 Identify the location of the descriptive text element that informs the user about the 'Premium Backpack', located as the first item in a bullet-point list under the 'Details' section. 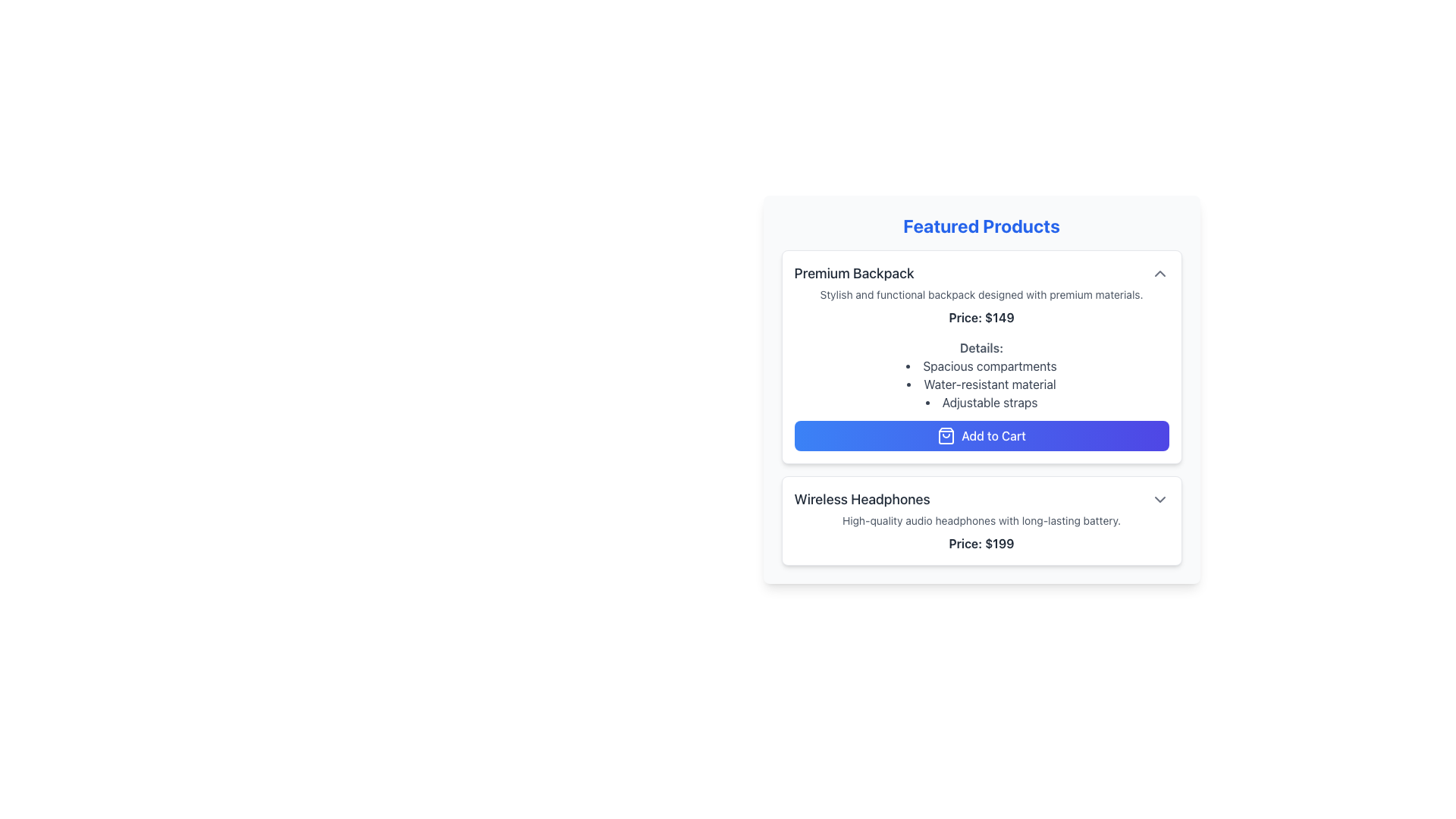
(981, 366).